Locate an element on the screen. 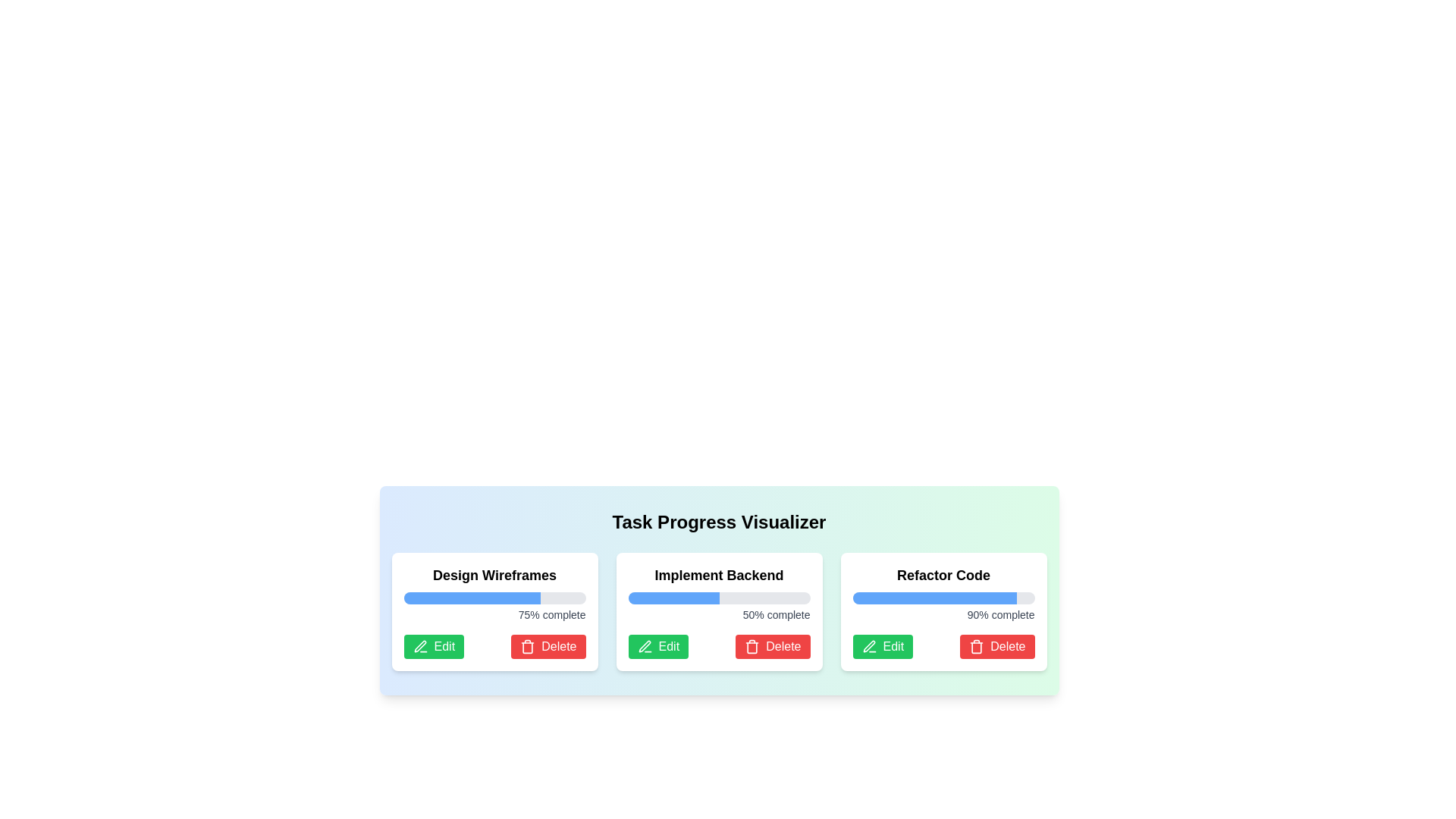 This screenshot has width=1456, height=819. the delete SVG icon located inside the 'Delete' button beneath the task titled 'Design Wireframes' is located at coordinates (528, 648).